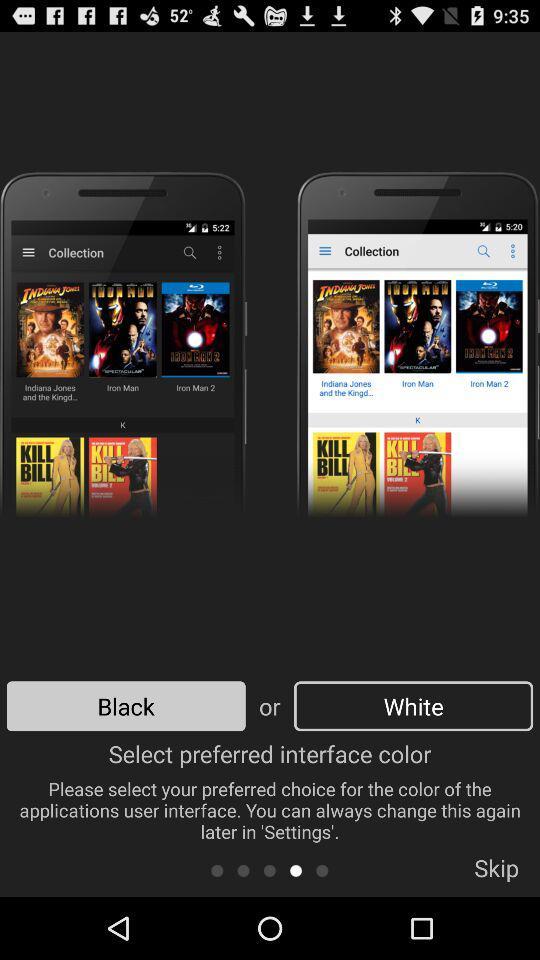 This screenshot has height=960, width=540. Describe the element at coordinates (126, 706) in the screenshot. I see `the black item` at that location.